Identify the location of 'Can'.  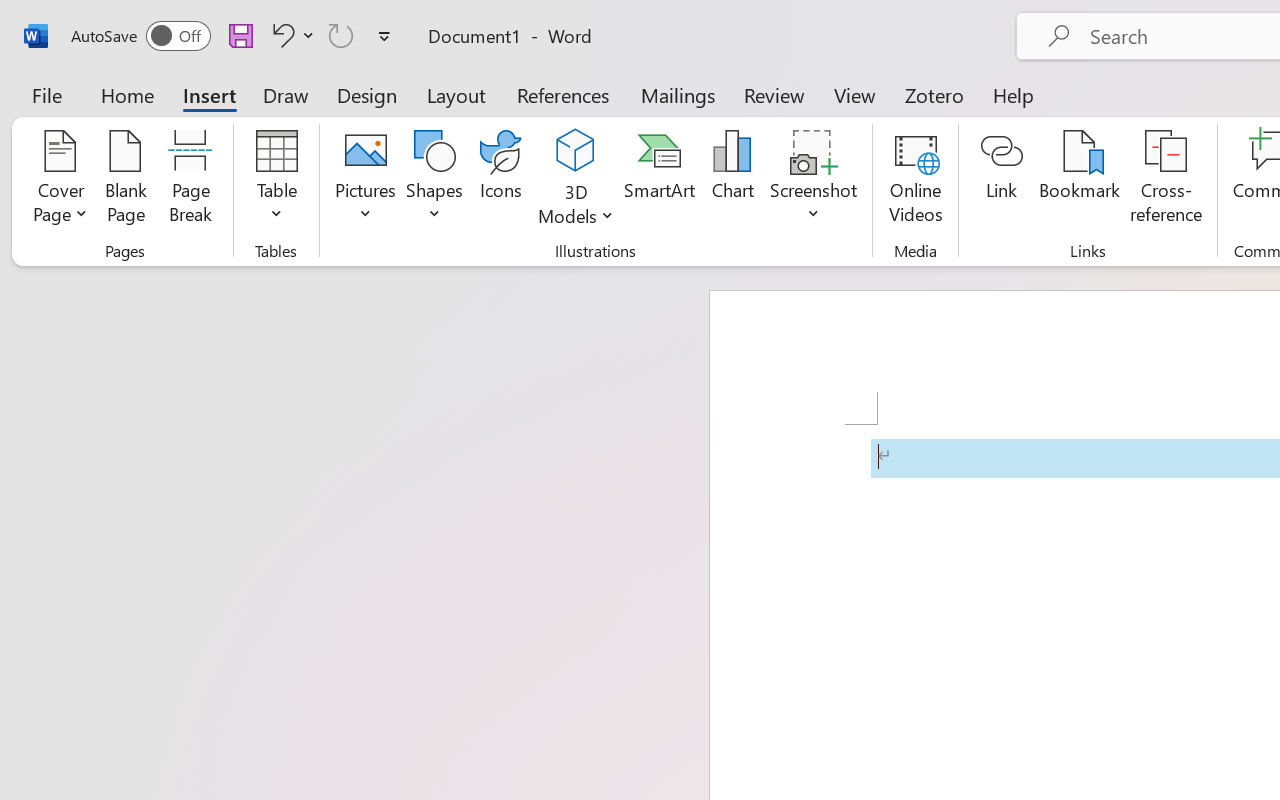
(341, 34).